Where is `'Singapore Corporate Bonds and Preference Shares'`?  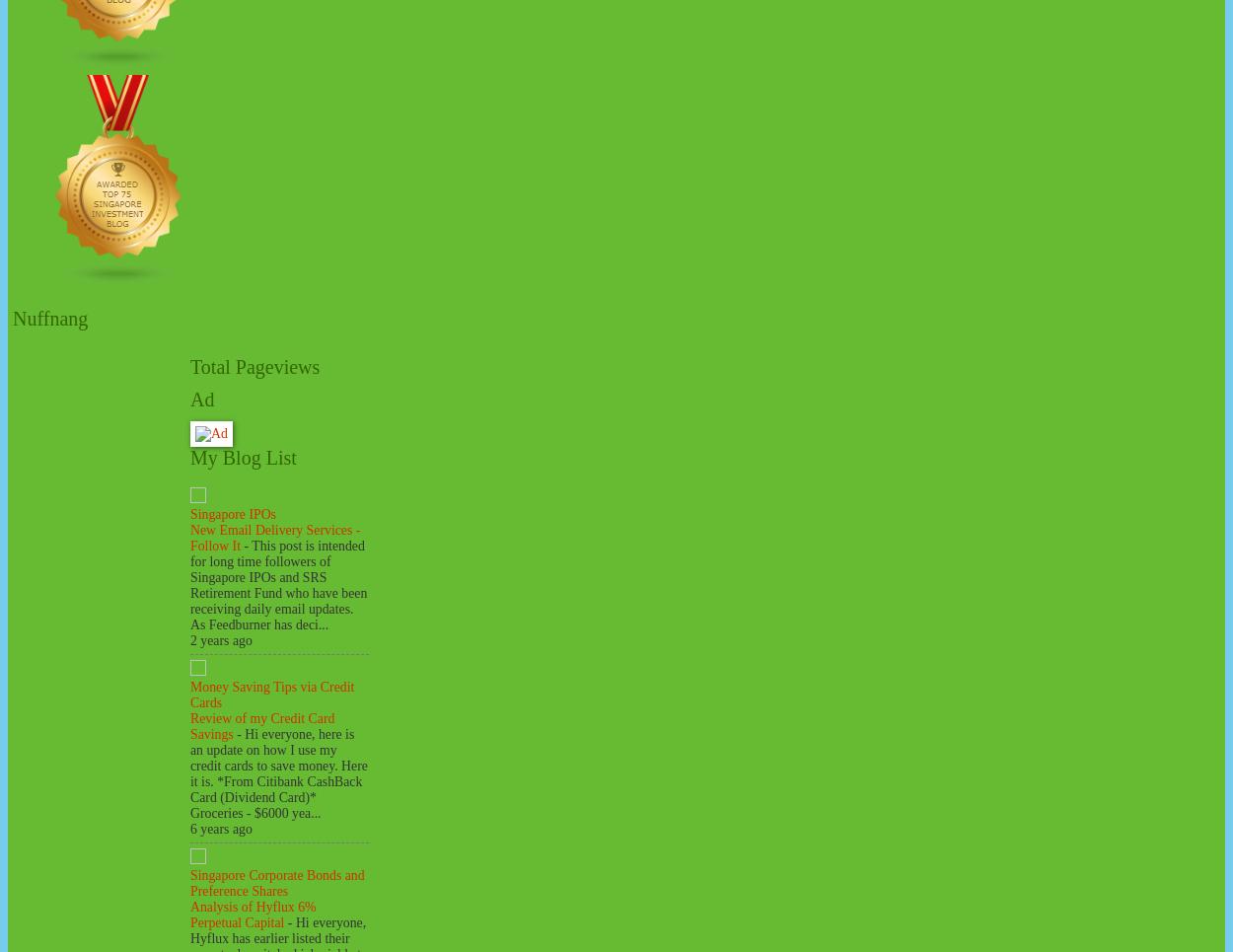 'Singapore Corporate Bonds and Preference Shares' is located at coordinates (189, 881).